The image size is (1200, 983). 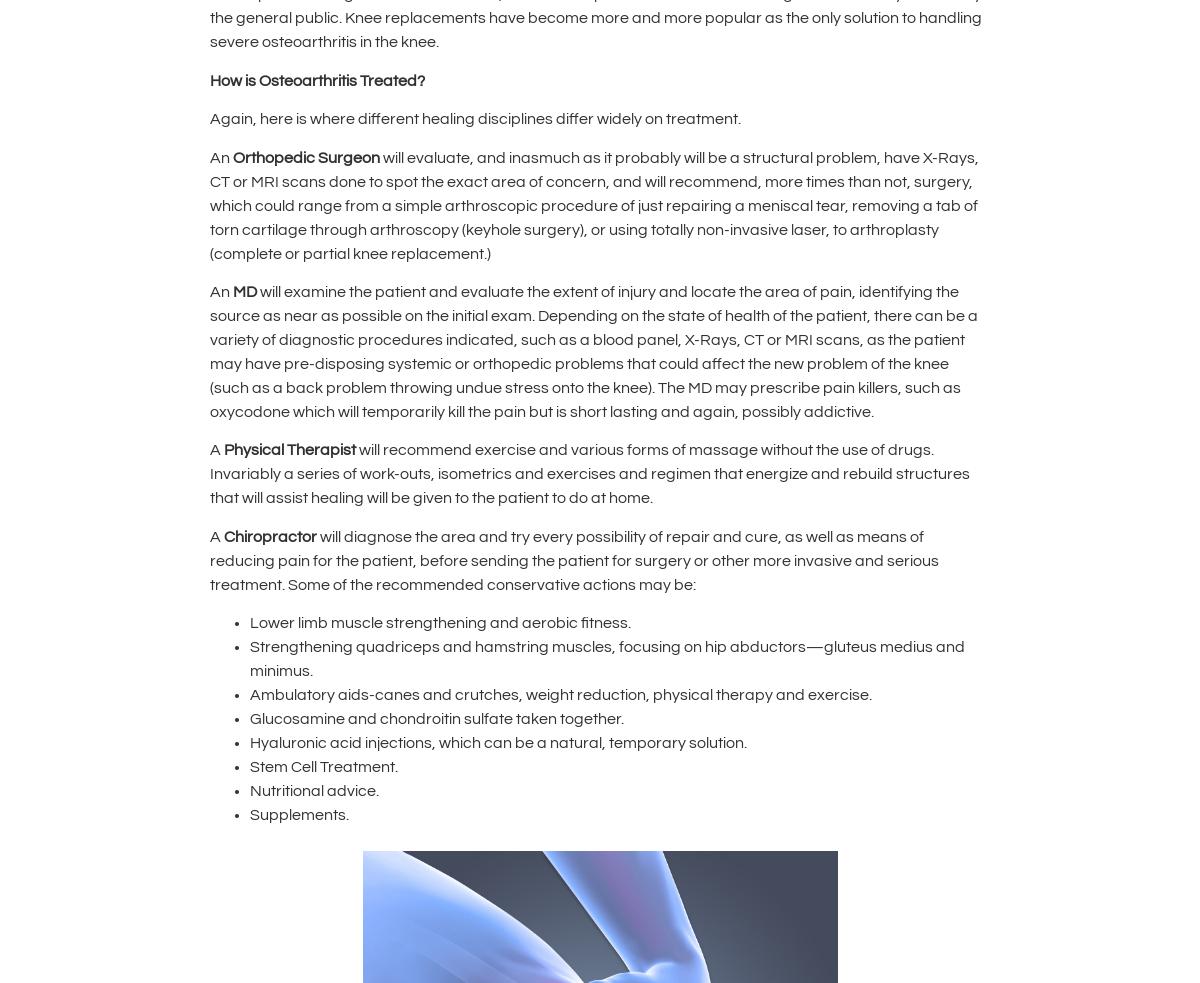 I want to click on 'Nutritional advice.', so click(x=315, y=790).